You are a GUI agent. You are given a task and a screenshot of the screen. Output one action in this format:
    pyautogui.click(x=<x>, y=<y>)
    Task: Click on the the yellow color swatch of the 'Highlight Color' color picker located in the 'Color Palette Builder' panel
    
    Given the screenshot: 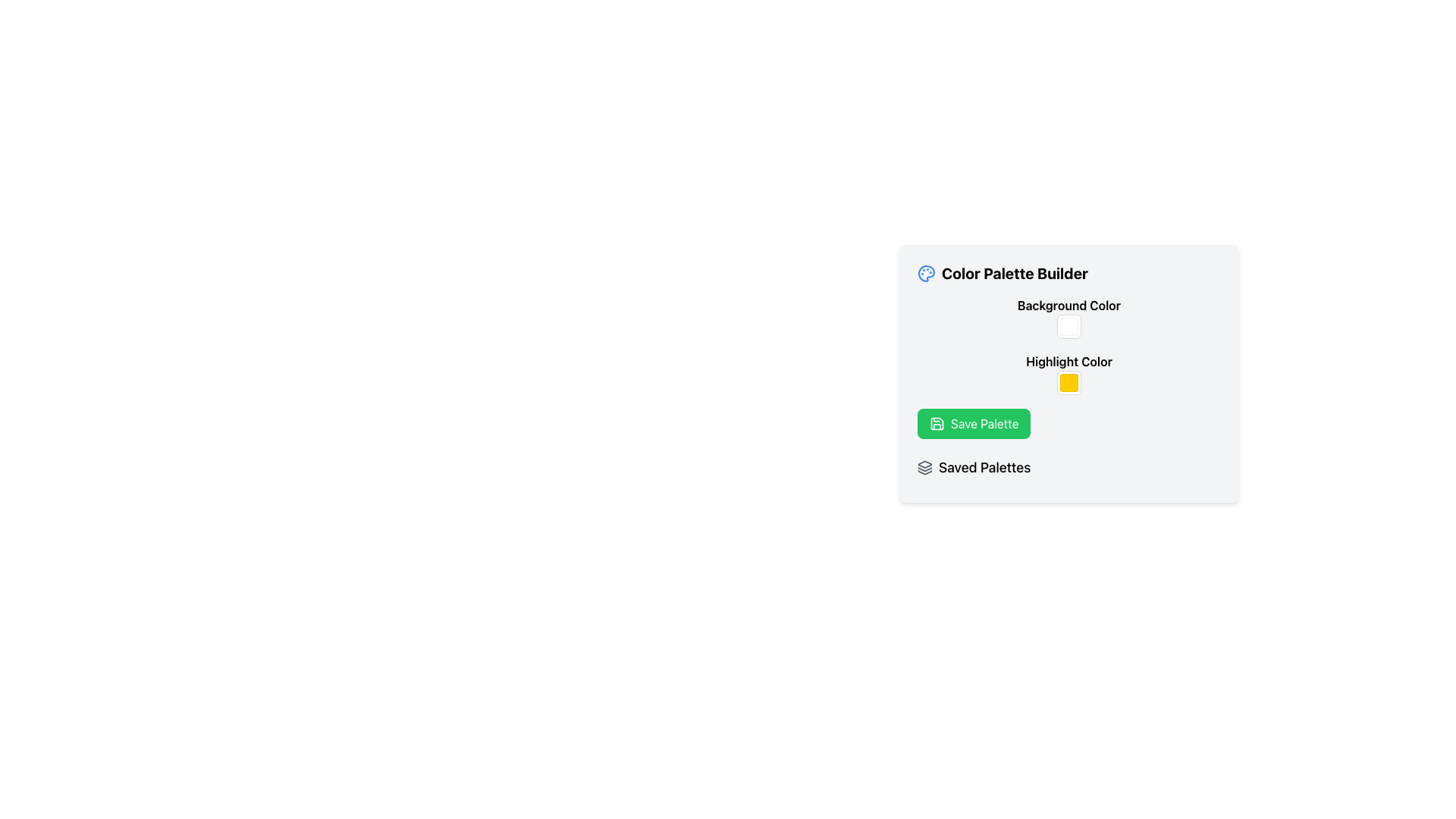 What is the action you would take?
    pyautogui.click(x=1068, y=374)
    